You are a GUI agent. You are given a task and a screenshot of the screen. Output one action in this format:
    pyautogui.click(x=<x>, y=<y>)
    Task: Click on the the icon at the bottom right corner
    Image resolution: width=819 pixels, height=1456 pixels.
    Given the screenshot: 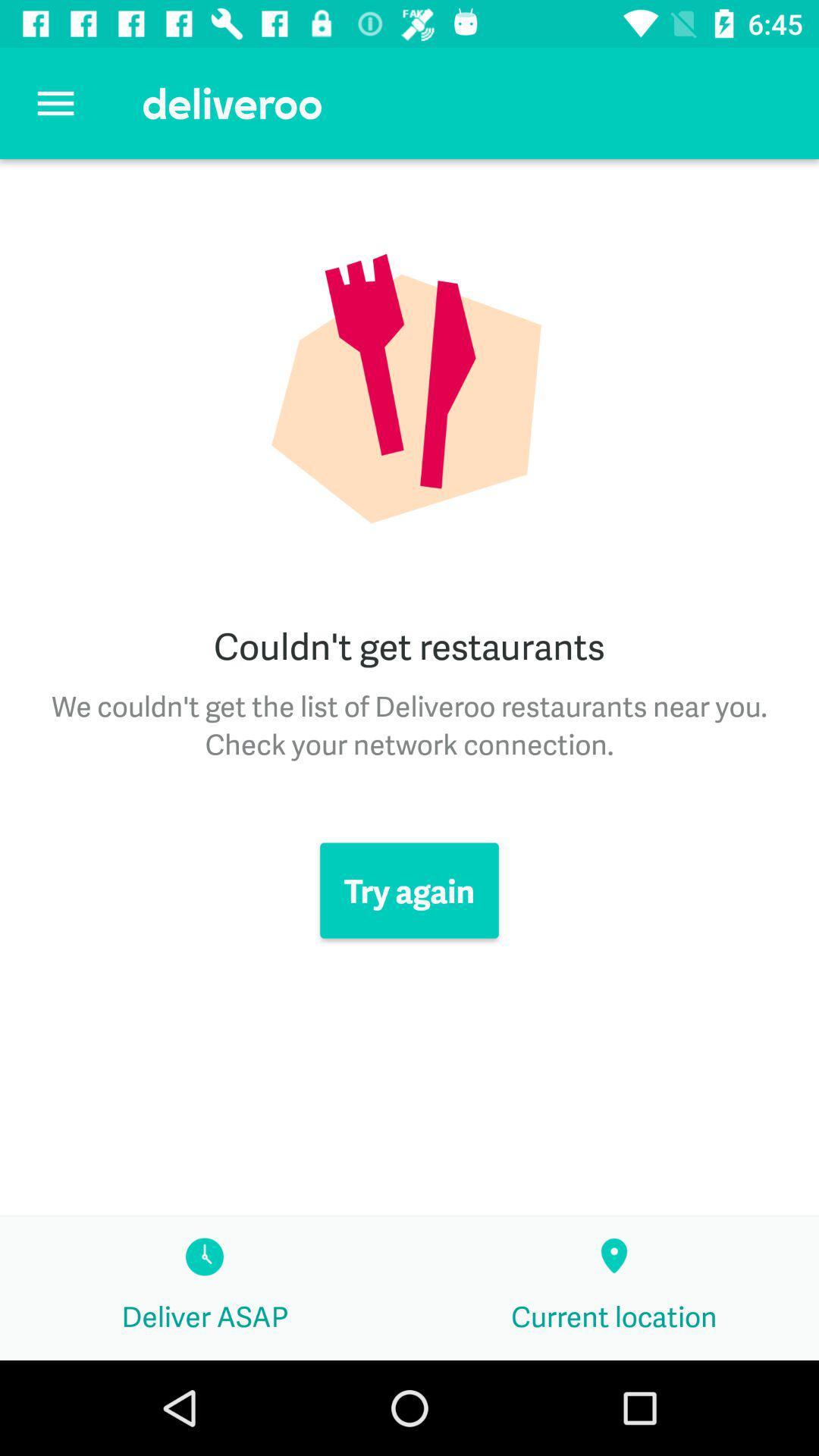 What is the action you would take?
    pyautogui.click(x=614, y=1288)
    